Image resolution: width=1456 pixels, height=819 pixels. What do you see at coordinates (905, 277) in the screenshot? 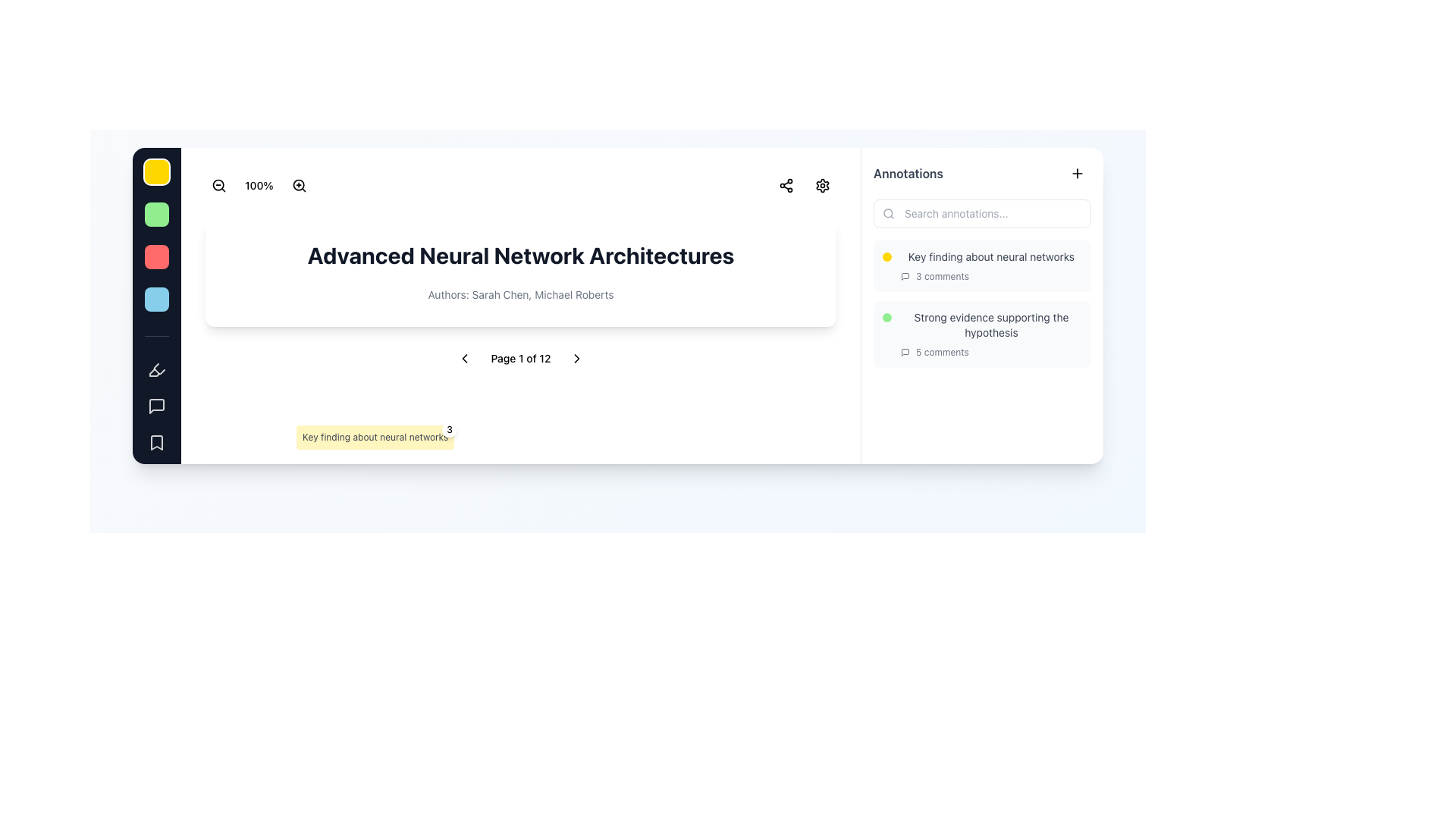
I see `the graphical icon representing comments or discussions associated with the annotation entry titled 'Key finding about neural networks'` at bounding box center [905, 277].